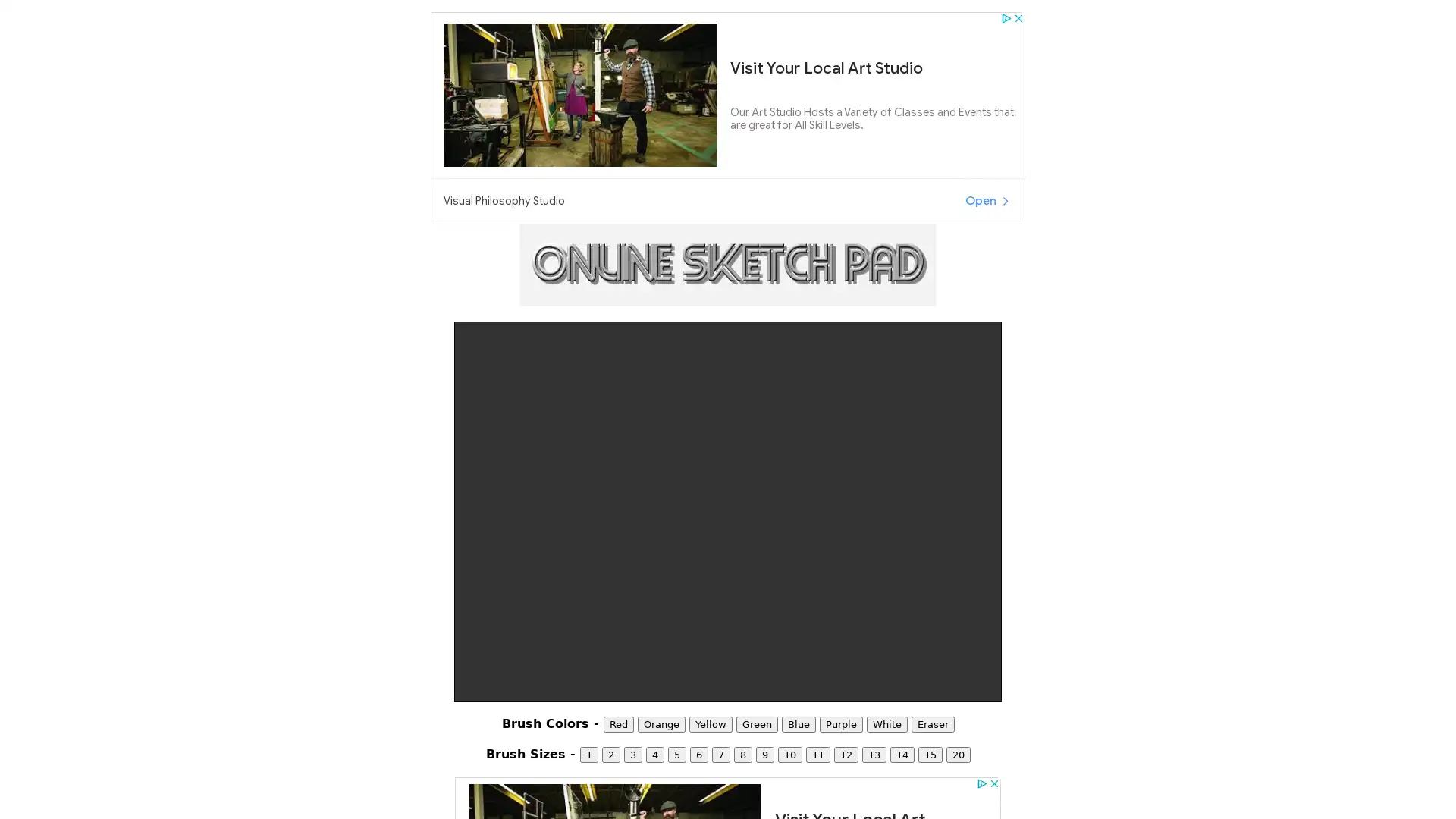 The image size is (1456, 819). Describe the element at coordinates (928, 755) in the screenshot. I see `15` at that location.